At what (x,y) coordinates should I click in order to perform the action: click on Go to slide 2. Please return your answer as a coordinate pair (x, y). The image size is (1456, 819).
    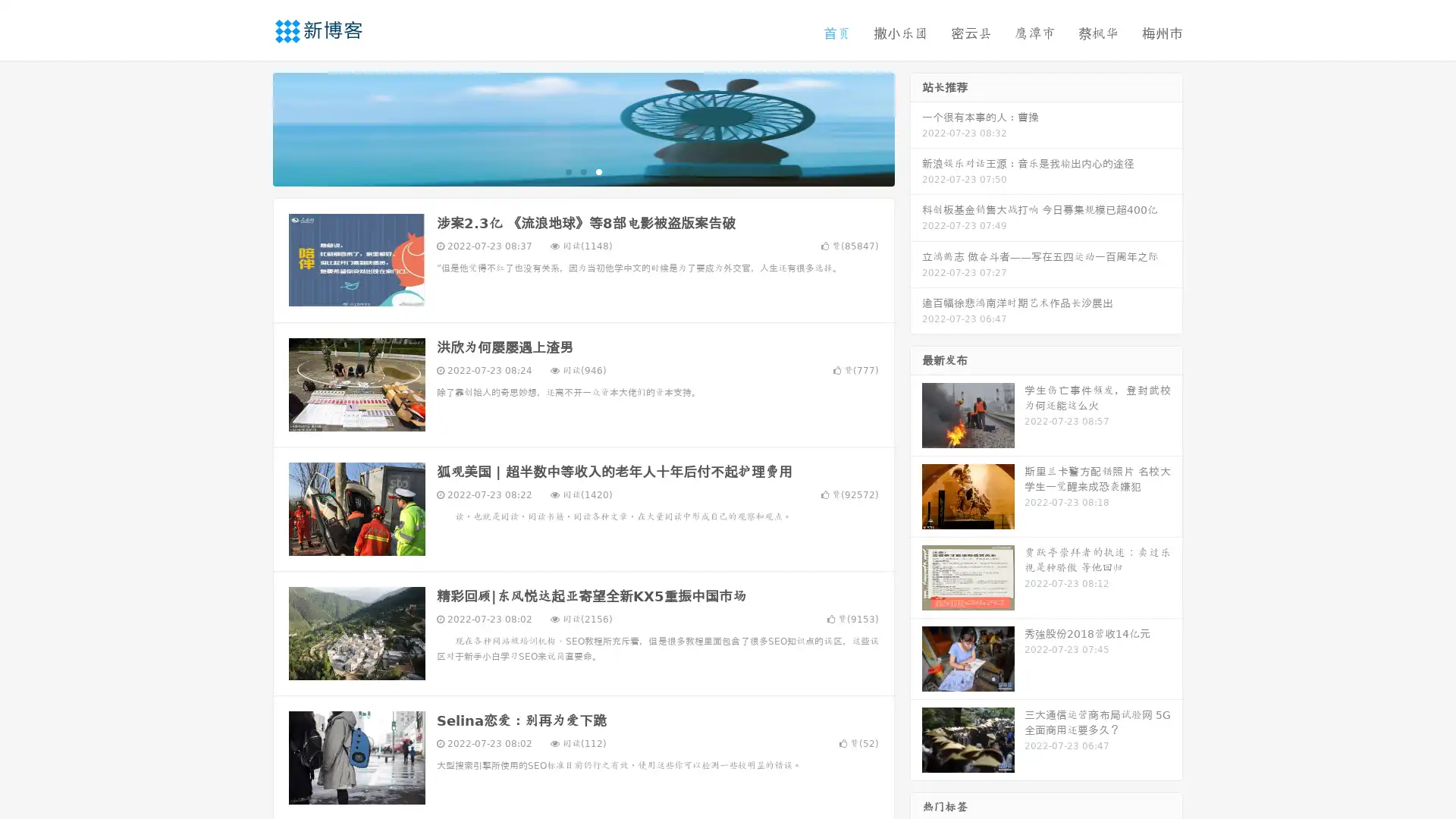
    Looking at the image, I should click on (582, 171).